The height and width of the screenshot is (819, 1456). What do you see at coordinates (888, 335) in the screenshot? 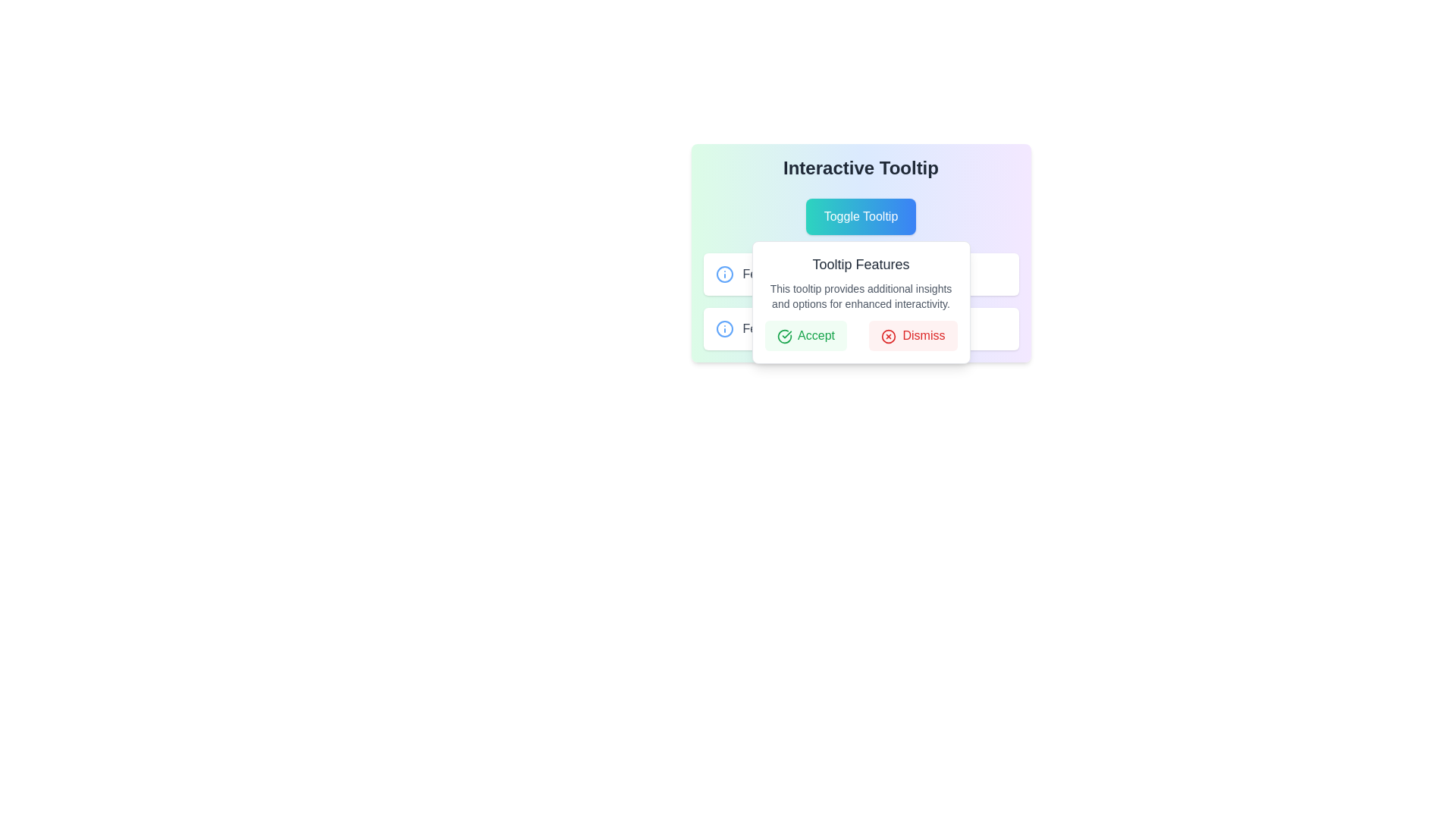
I see `the outlined circular graphical element with a cross mark inside it, located near the upper-right corner of the tooltip dialog` at bounding box center [888, 335].